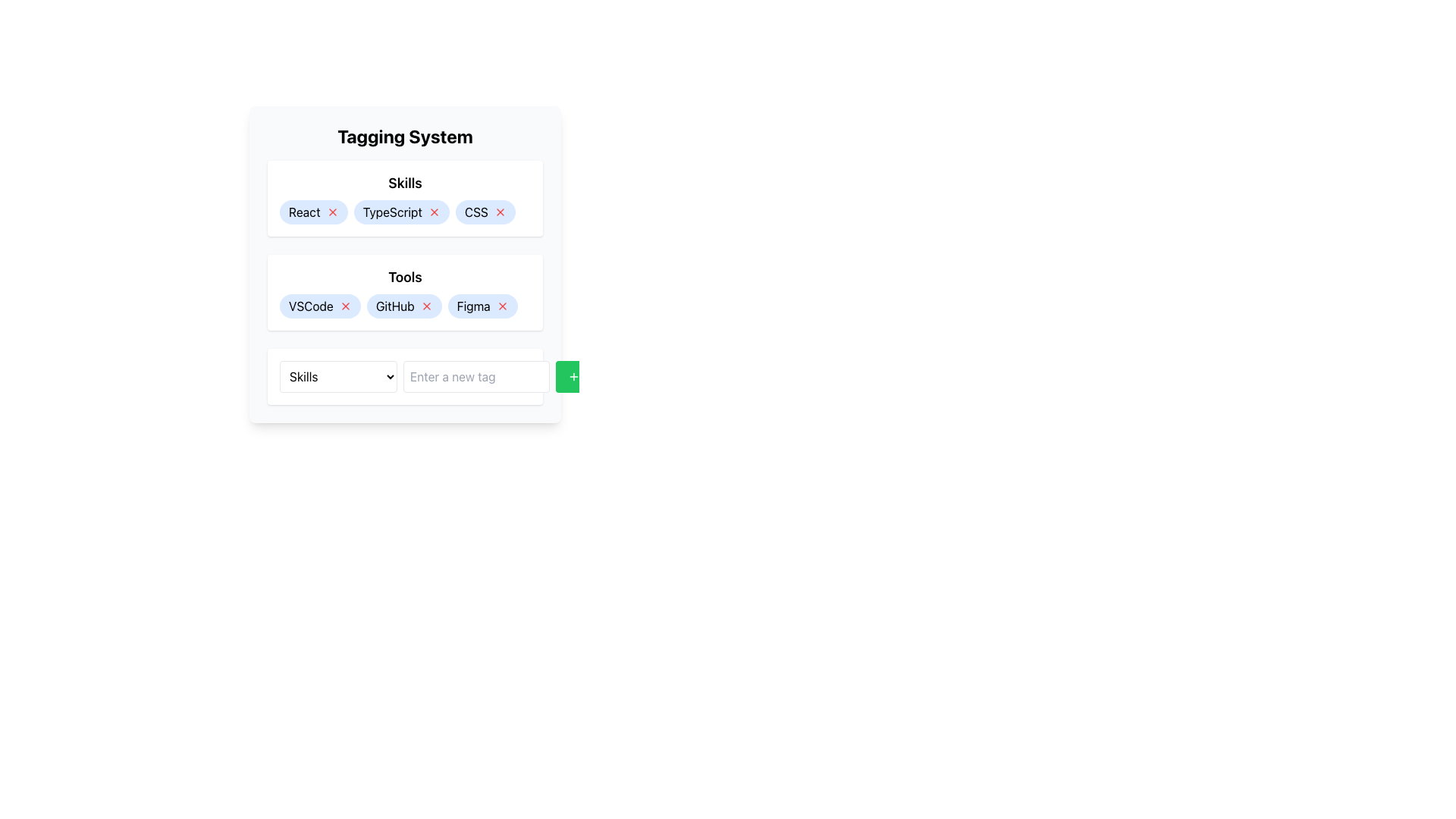  Describe the element at coordinates (405, 212) in the screenshot. I see `the Tag List representing selectable skills, located under the 'Skills' section` at that location.